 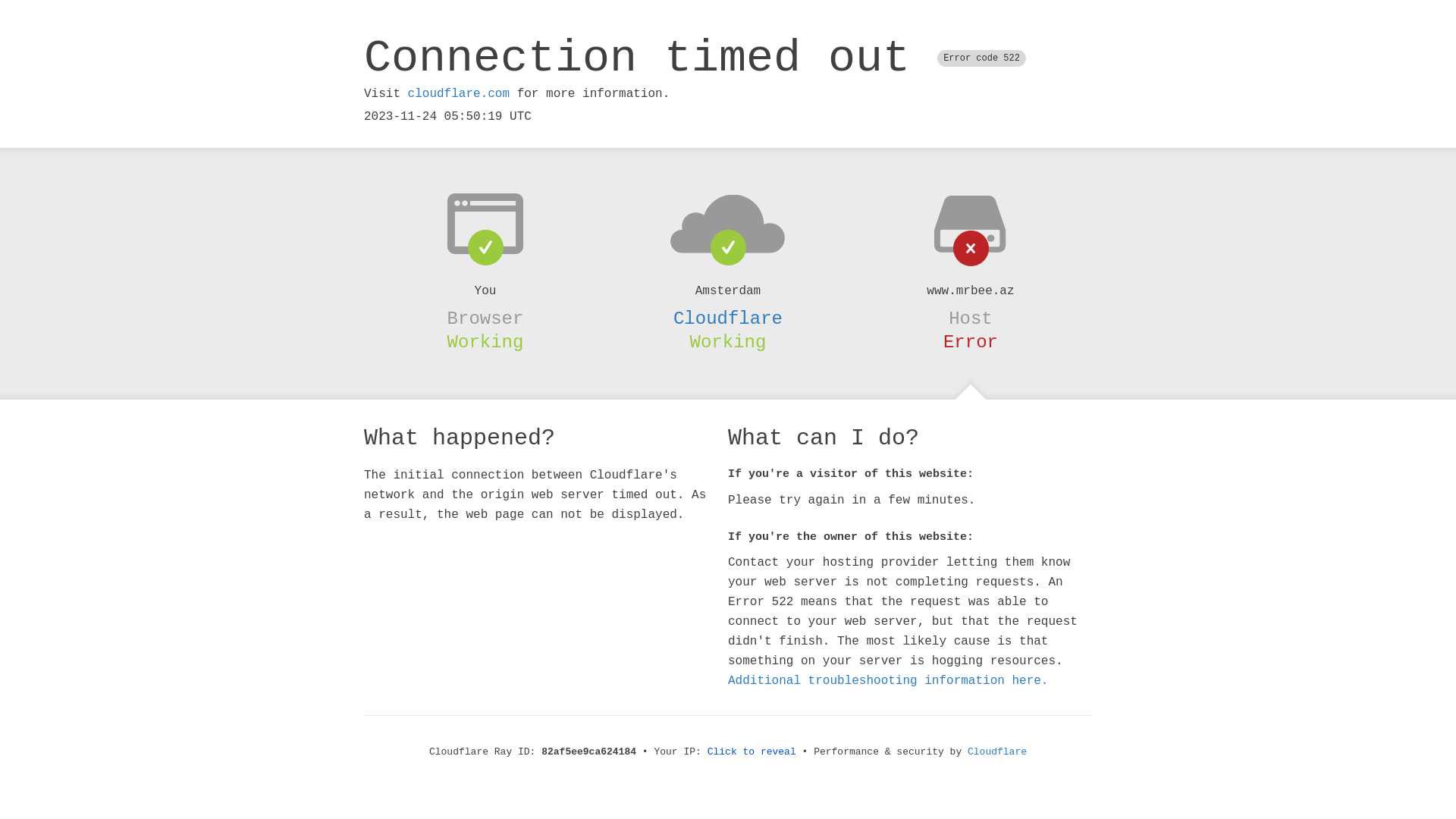 I want to click on 'cloudflare.com', so click(x=457, y=93).